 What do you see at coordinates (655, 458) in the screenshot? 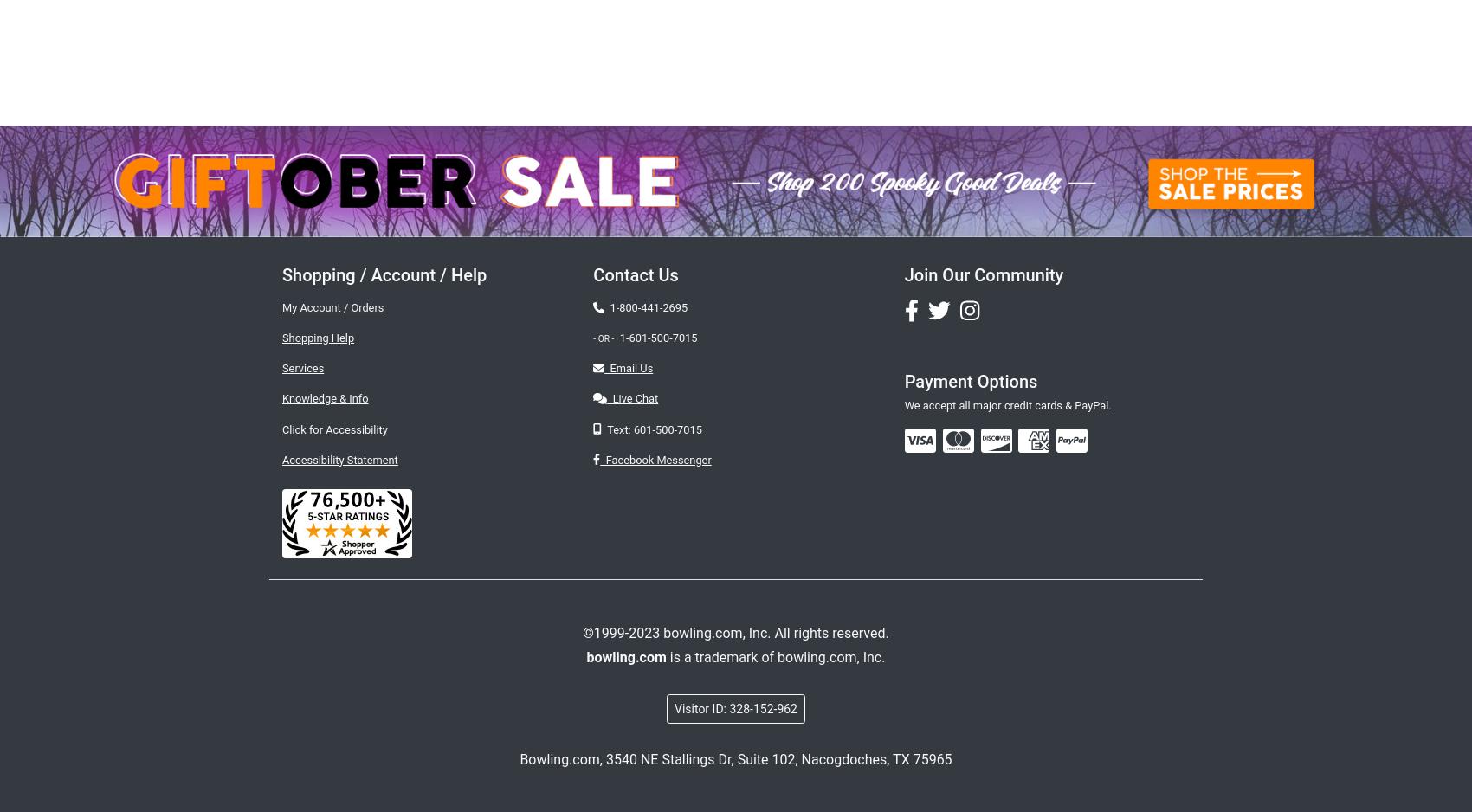
I see `'Facebook Messenger'` at bounding box center [655, 458].